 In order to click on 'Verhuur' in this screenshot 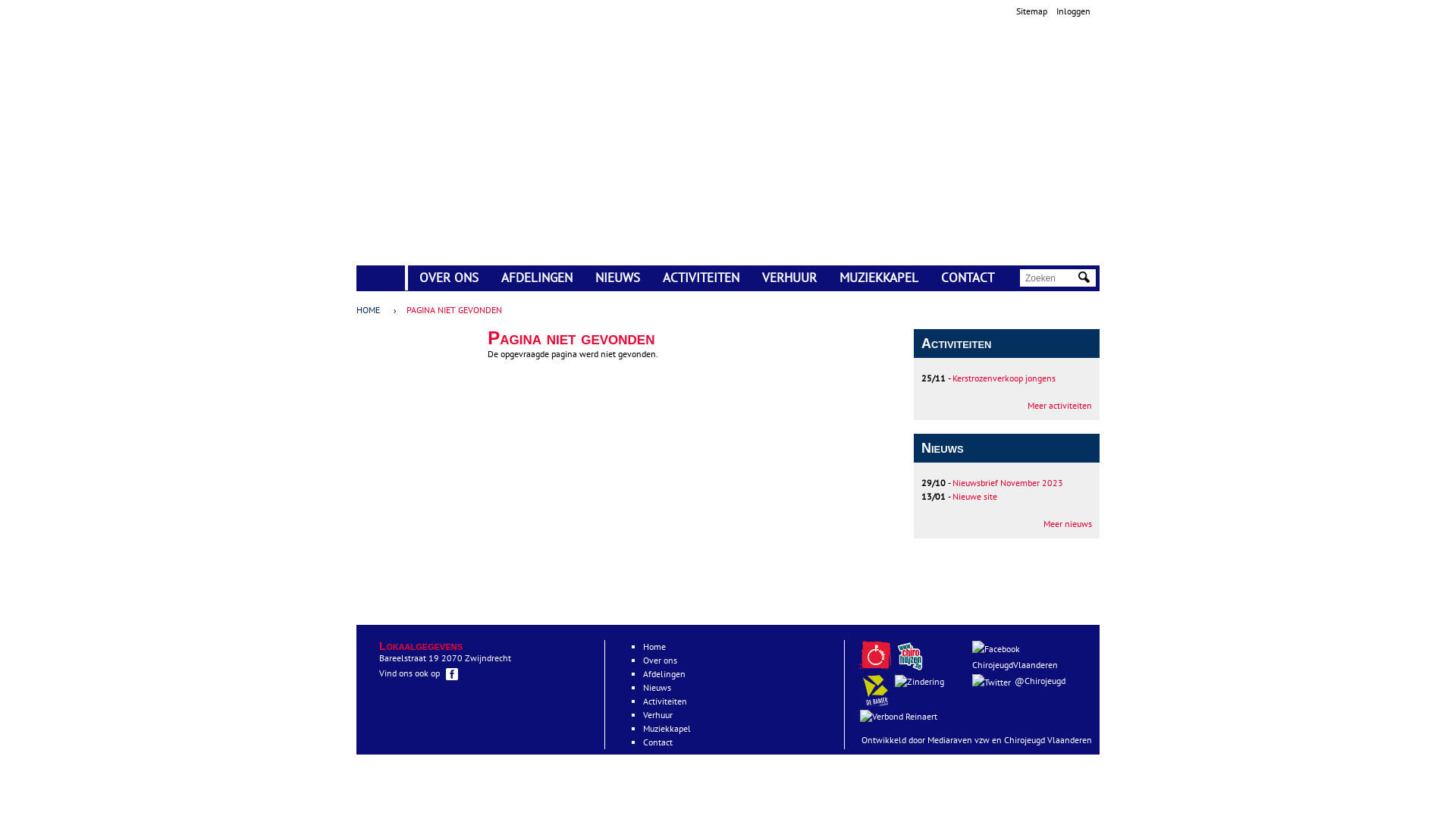, I will do `click(643, 714)`.